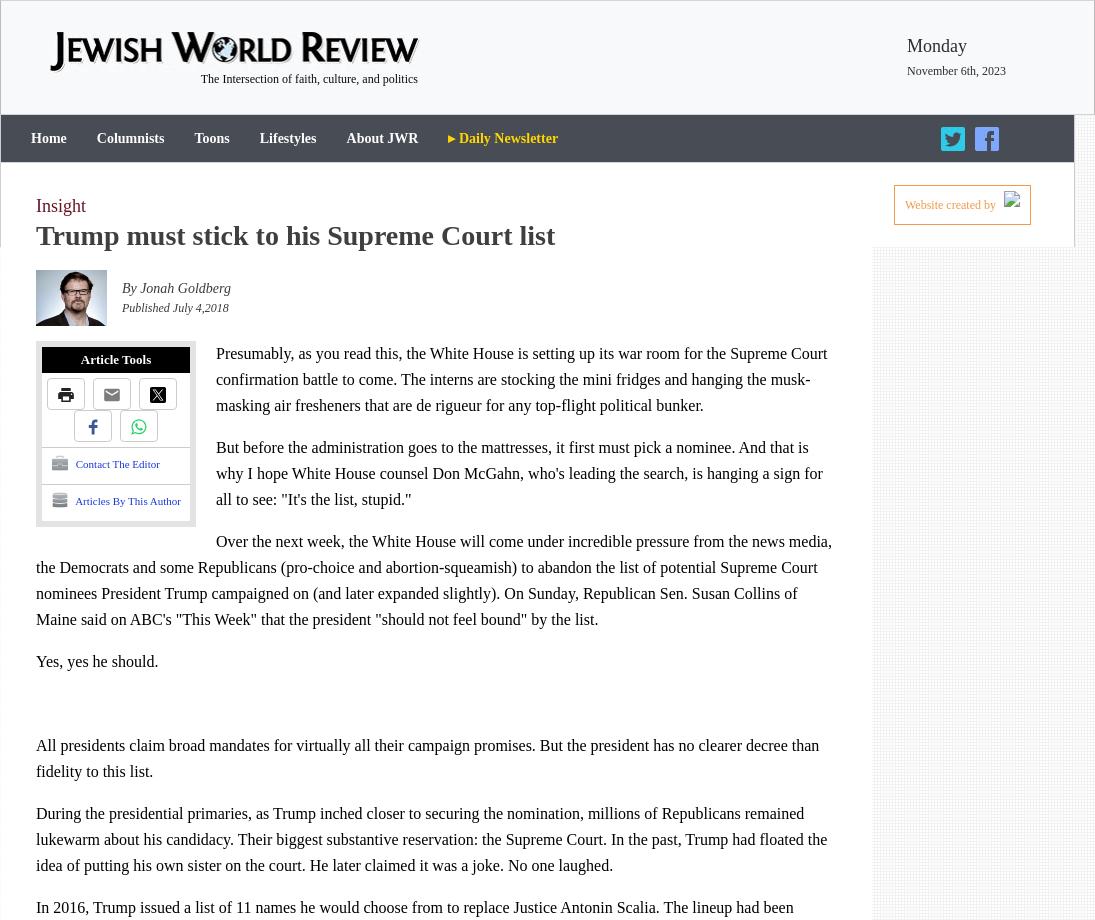 The height and width of the screenshot is (920, 1095). Describe the element at coordinates (114, 358) in the screenshot. I see `'Article Tools'` at that location.